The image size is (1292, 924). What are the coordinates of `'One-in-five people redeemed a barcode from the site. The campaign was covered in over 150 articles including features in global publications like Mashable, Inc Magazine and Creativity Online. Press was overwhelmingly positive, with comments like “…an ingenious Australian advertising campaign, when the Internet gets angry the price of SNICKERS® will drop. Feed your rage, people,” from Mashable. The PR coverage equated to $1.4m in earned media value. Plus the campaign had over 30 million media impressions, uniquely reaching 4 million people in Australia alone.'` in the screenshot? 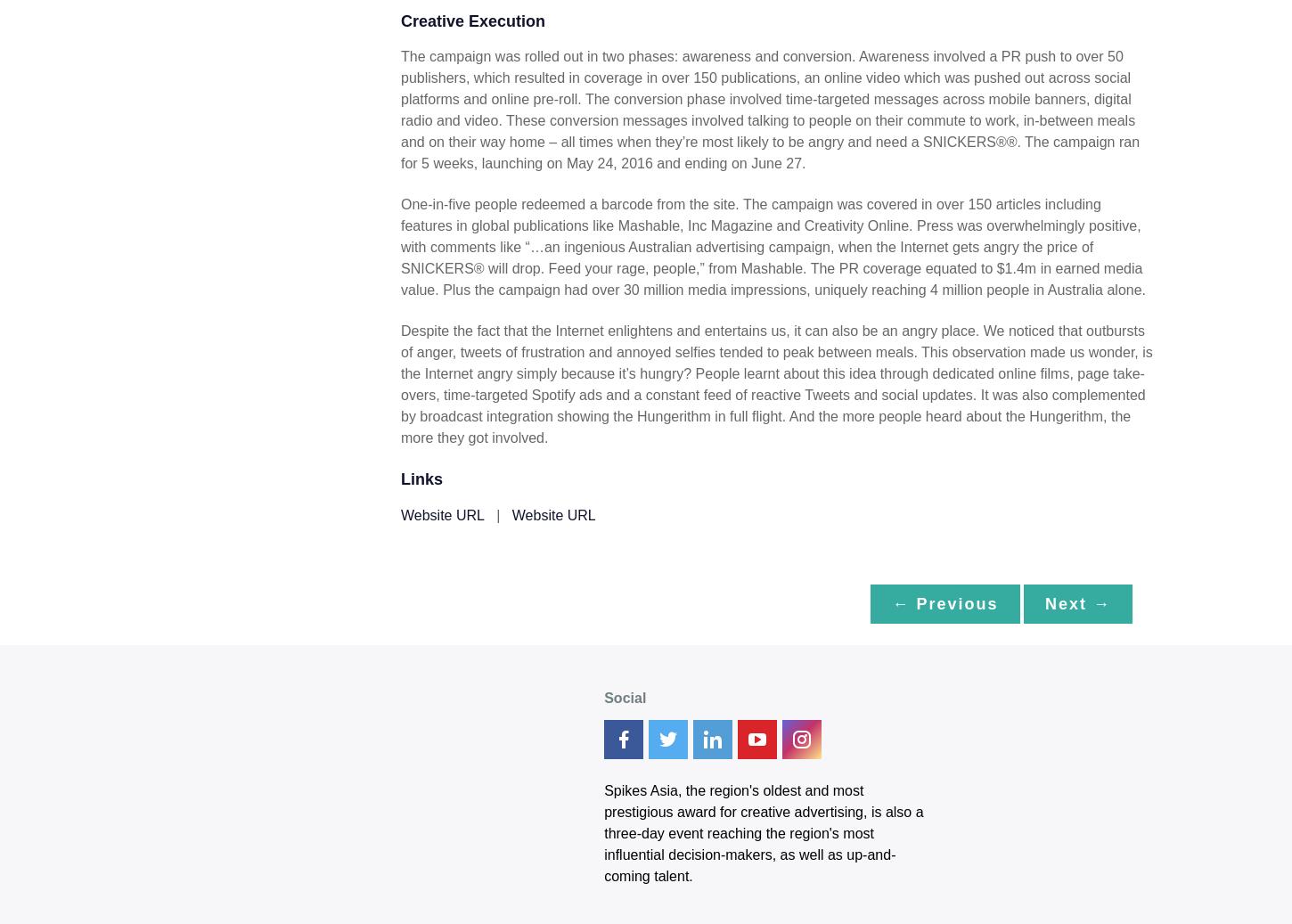 It's located at (772, 246).